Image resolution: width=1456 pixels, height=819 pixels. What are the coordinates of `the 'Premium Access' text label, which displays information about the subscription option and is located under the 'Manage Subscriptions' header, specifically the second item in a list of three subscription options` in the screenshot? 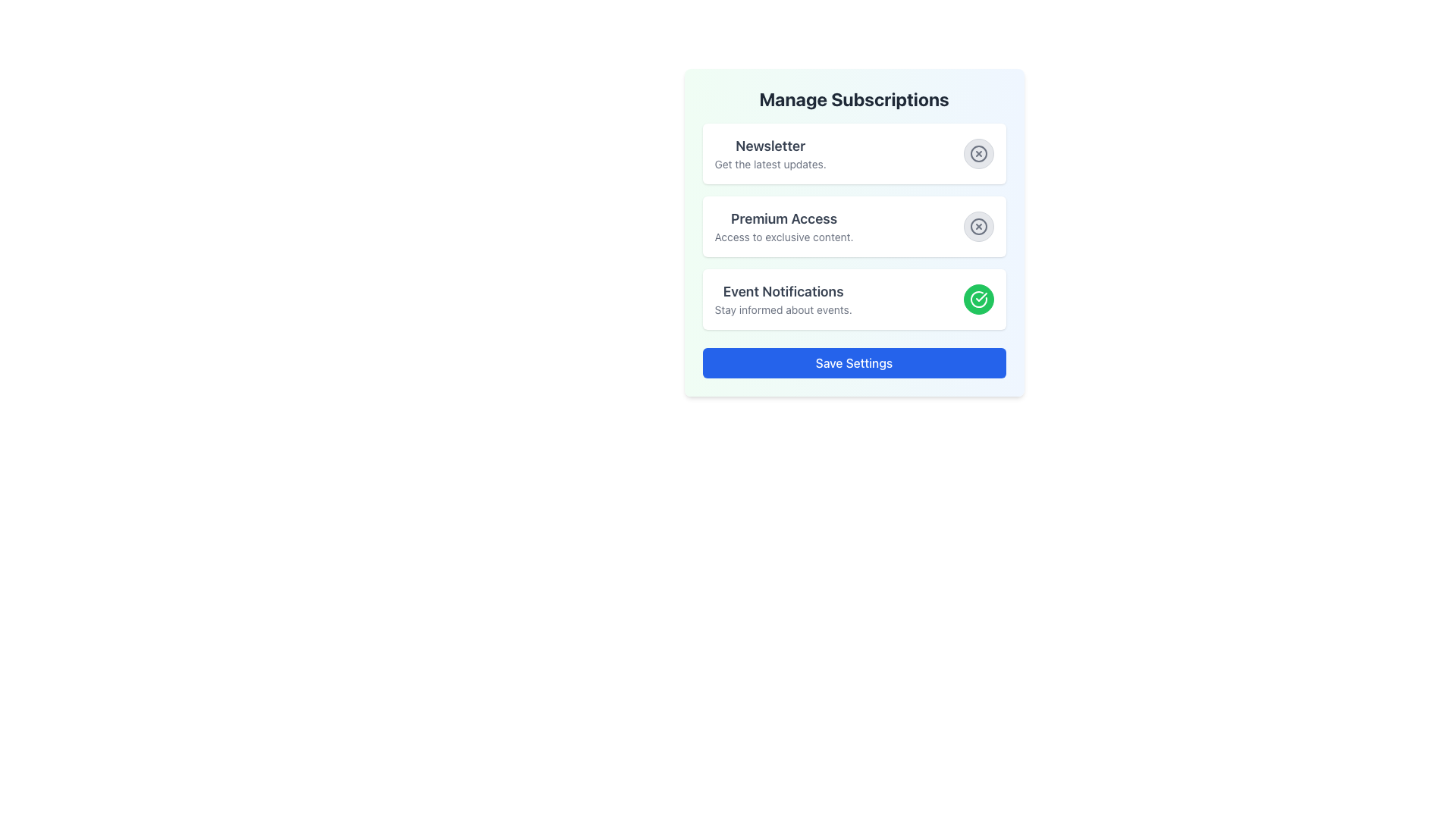 It's located at (784, 227).